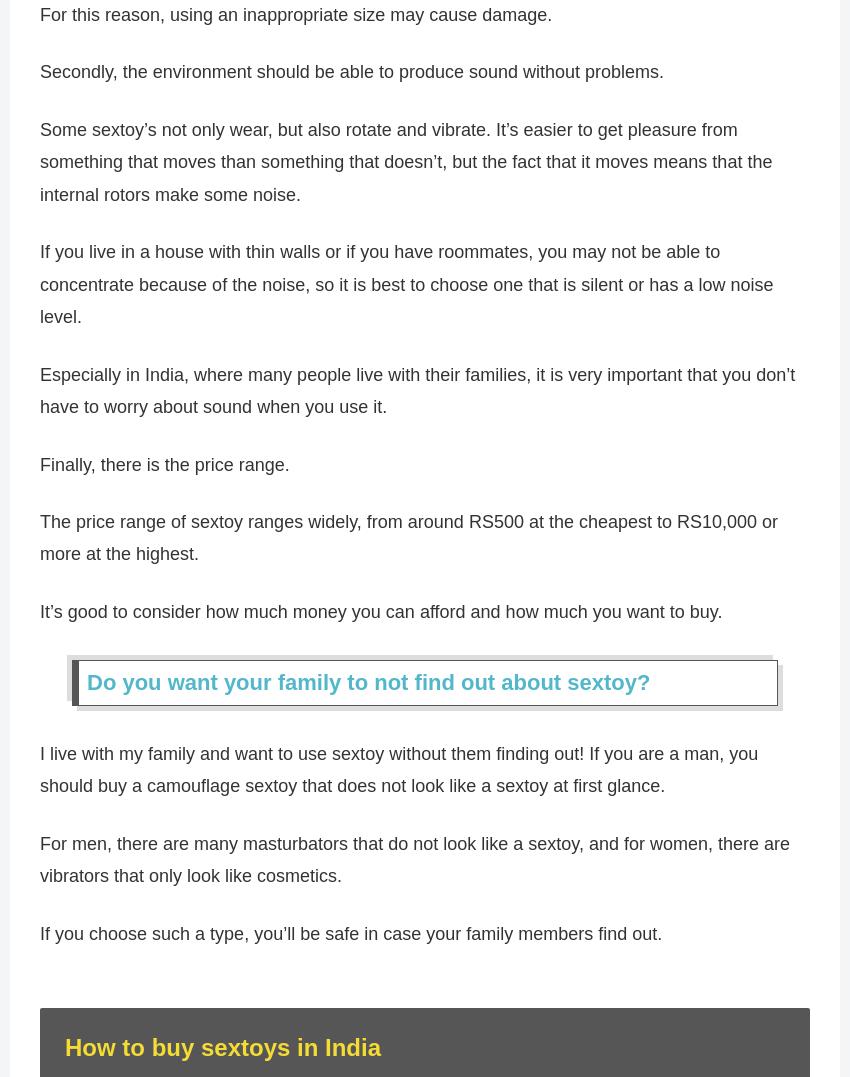 This screenshot has height=1077, width=850. I want to click on 'For men, there are many masturbators that do not look like a sextoy, and for women, there are vibrators that only look like cosmetics.', so click(414, 868).